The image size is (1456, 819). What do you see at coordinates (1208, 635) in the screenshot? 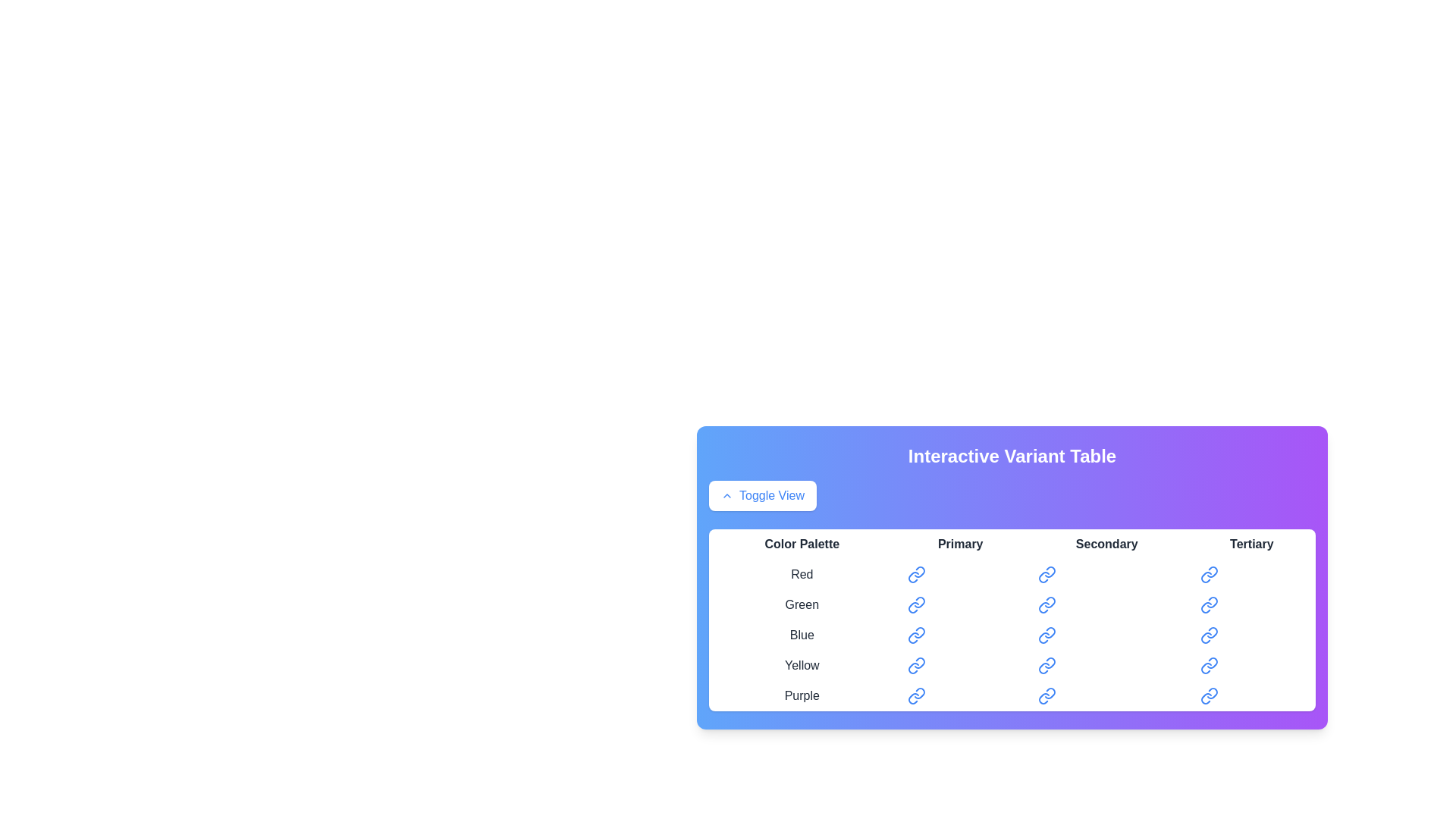
I see `the blue chain-like icon link located in the 'Tertiary' column under the 'Blue' row of the 'Interactive Variant Table'` at bounding box center [1208, 635].